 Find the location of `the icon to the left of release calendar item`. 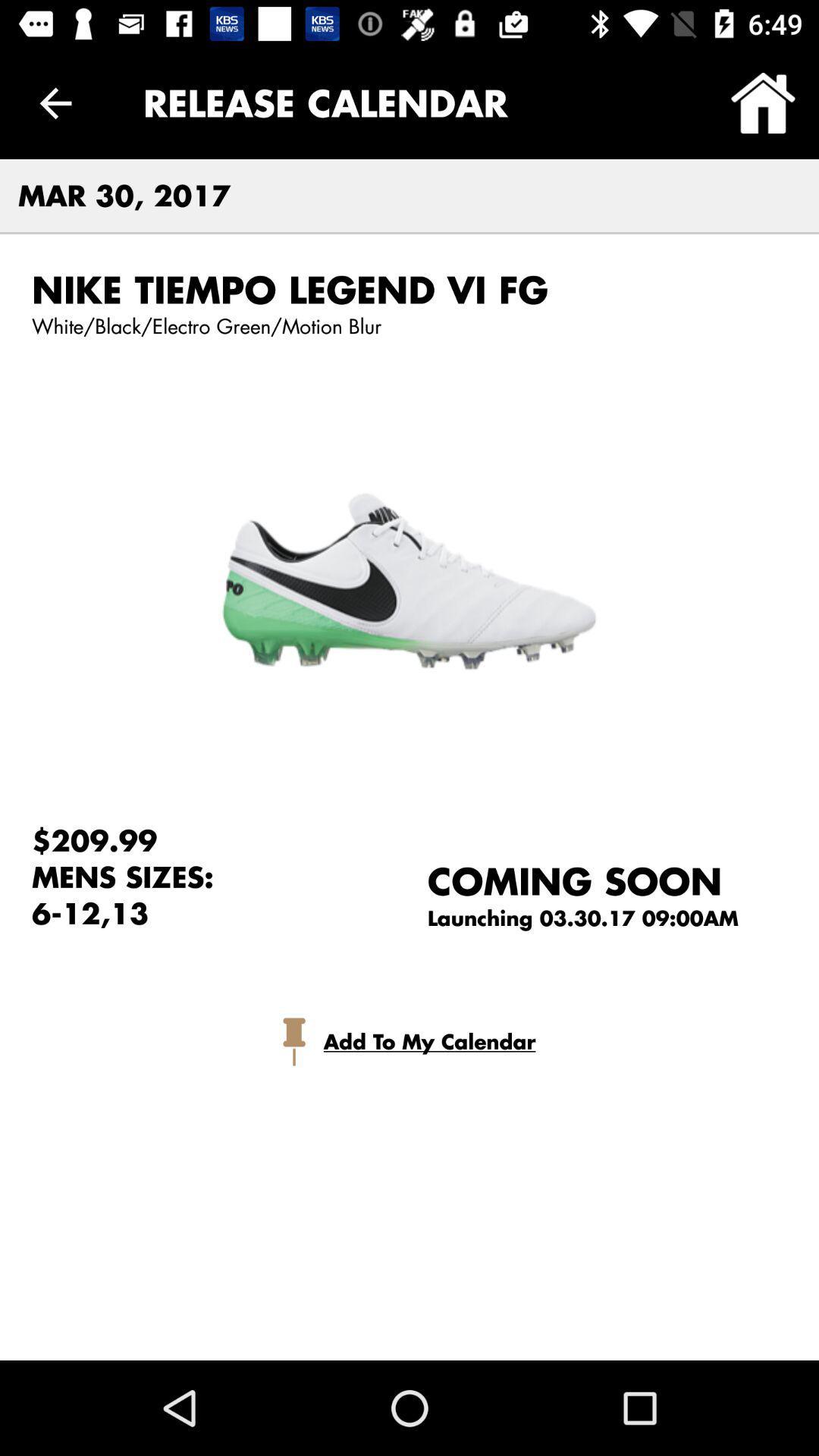

the icon to the left of release calendar item is located at coordinates (55, 102).